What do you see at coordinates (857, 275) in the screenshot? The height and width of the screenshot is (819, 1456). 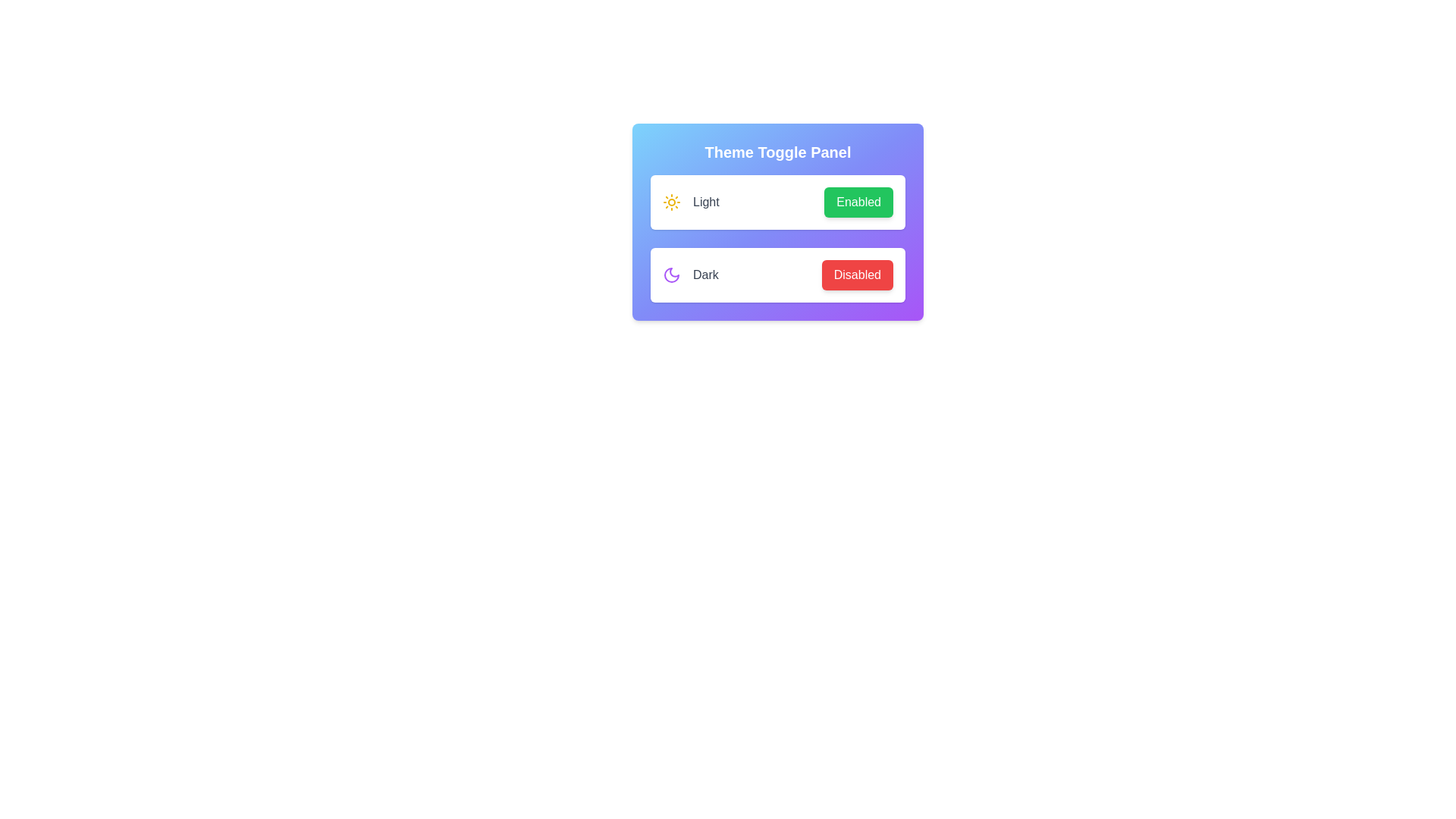 I see `button to toggle the theme state for dark` at bounding box center [857, 275].